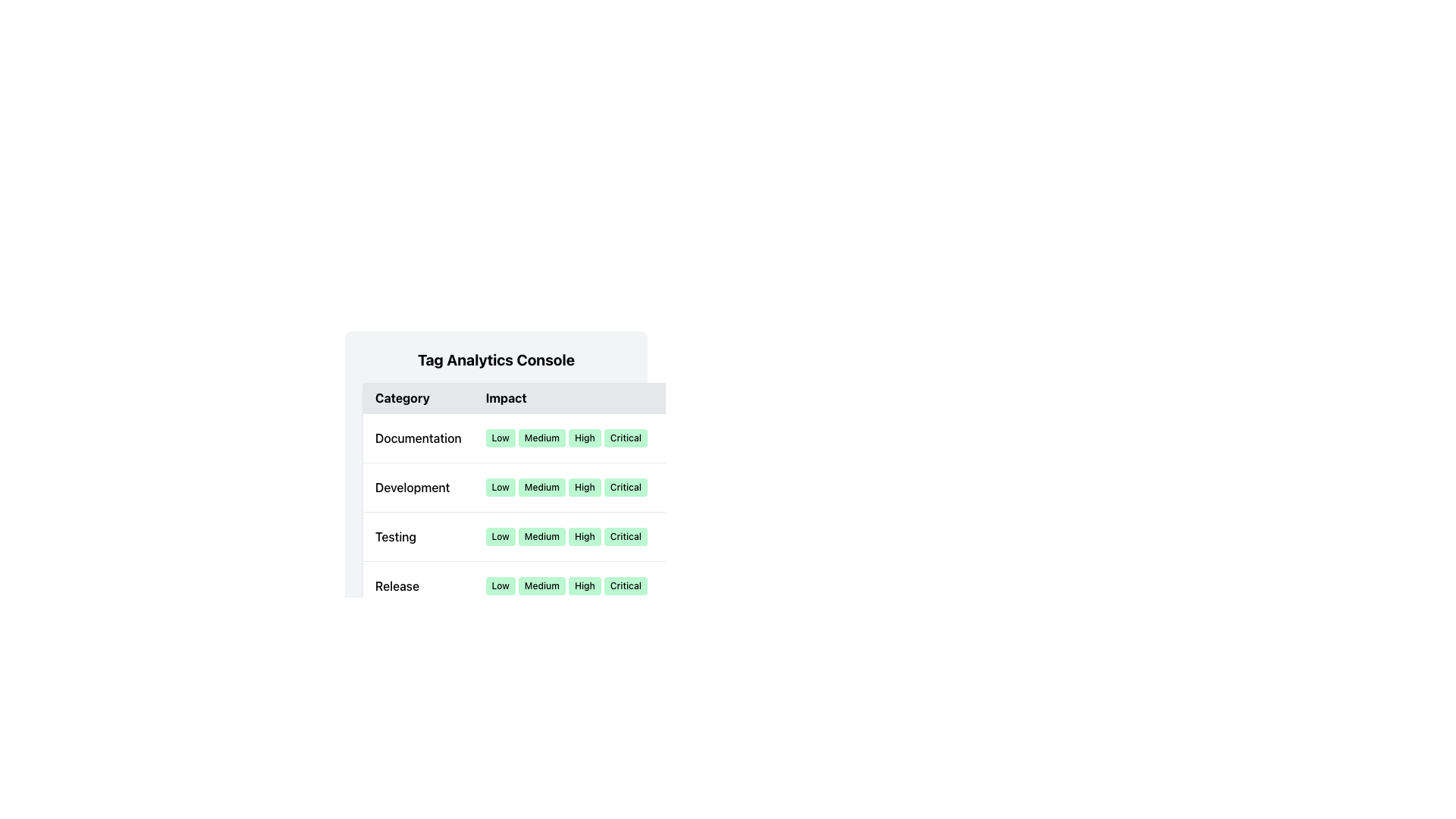 The height and width of the screenshot is (819, 1456). What do you see at coordinates (418, 438) in the screenshot?
I see `the 'Documentation' text label, which is the first entry in the 'Category' column of the 'Tag Analytics Console' section` at bounding box center [418, 438].